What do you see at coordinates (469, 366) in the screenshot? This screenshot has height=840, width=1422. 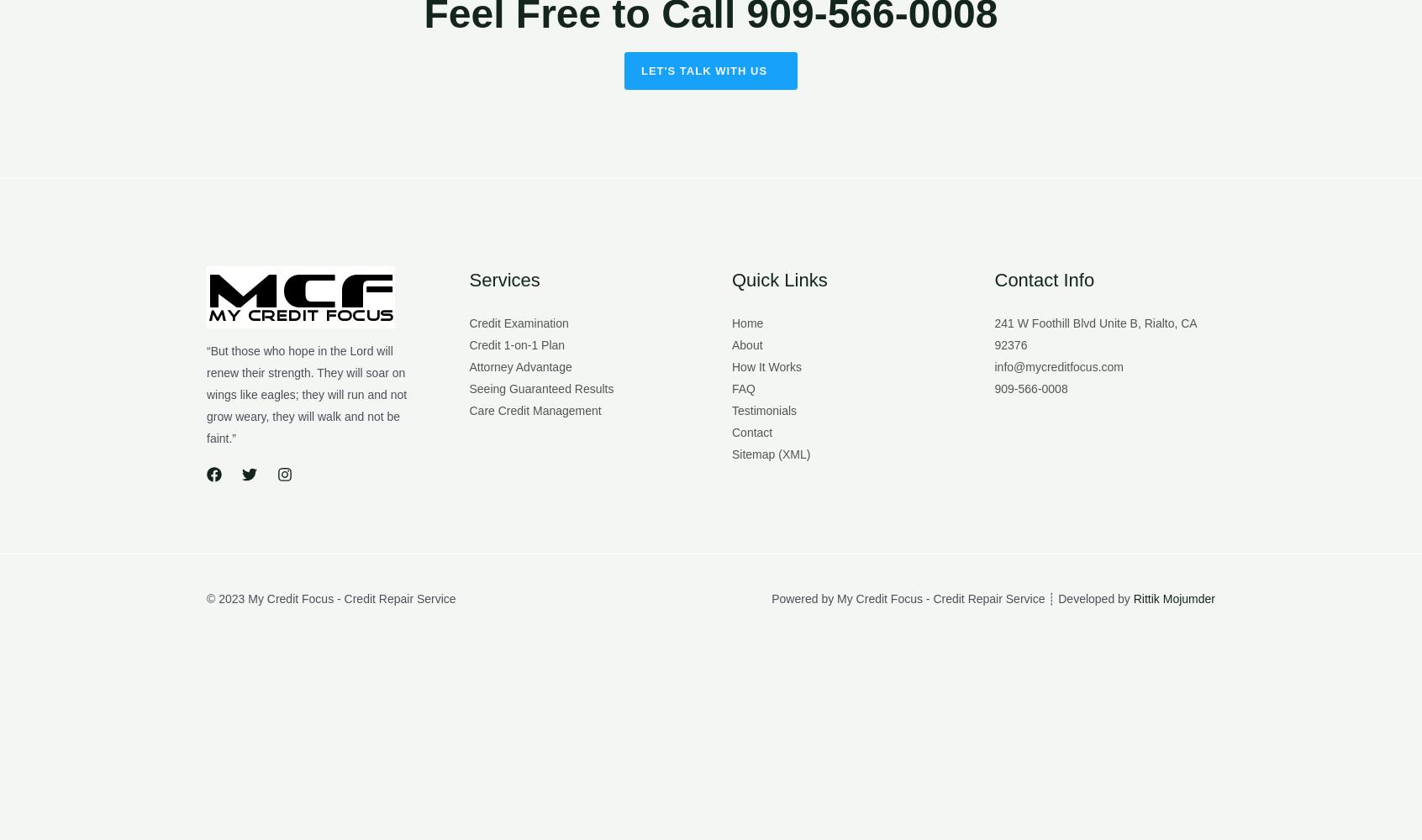 I see `'Attorney Advantage'` at bounding box center [469, 366].